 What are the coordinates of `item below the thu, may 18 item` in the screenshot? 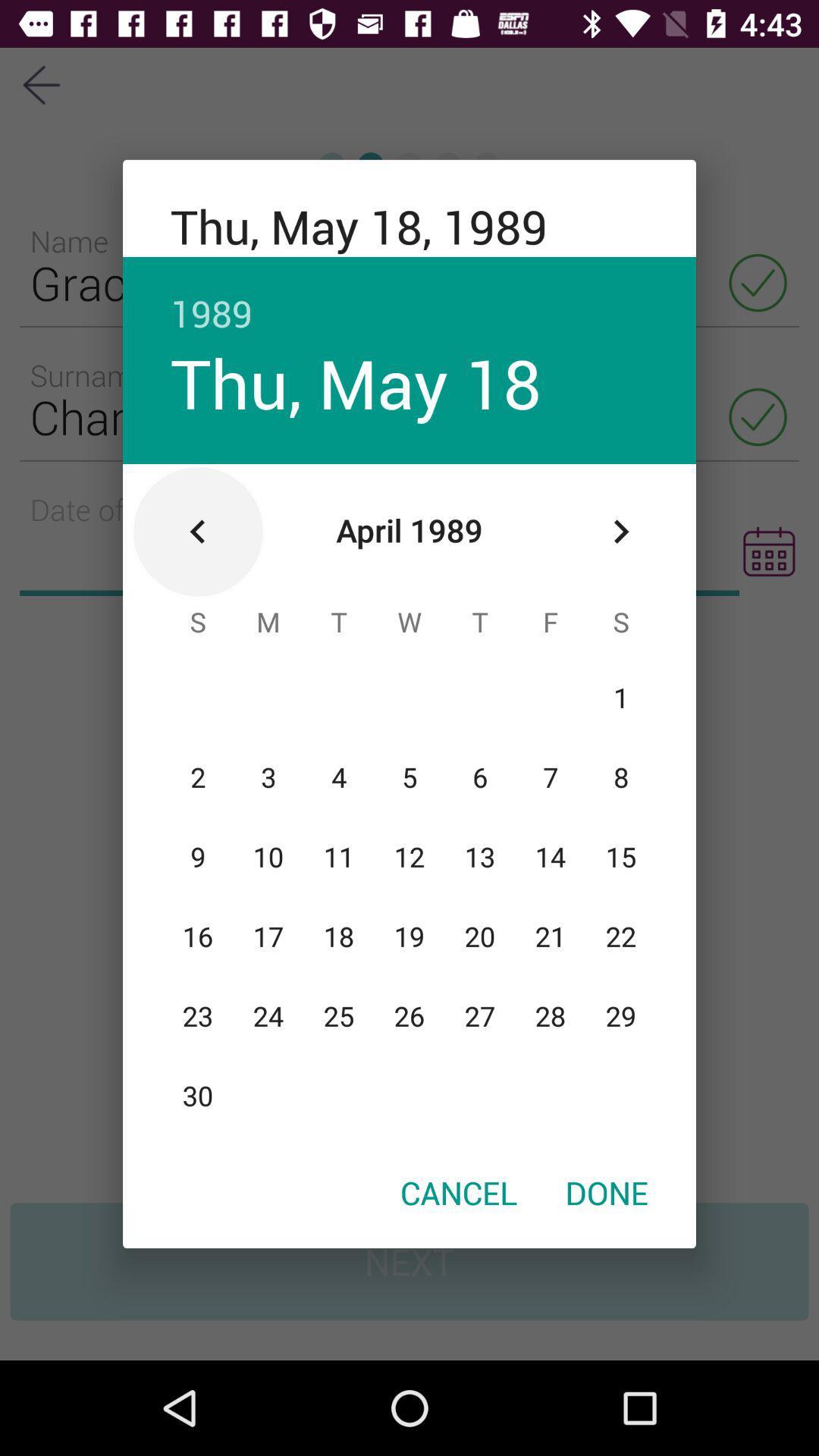 It's located at (197, 532).